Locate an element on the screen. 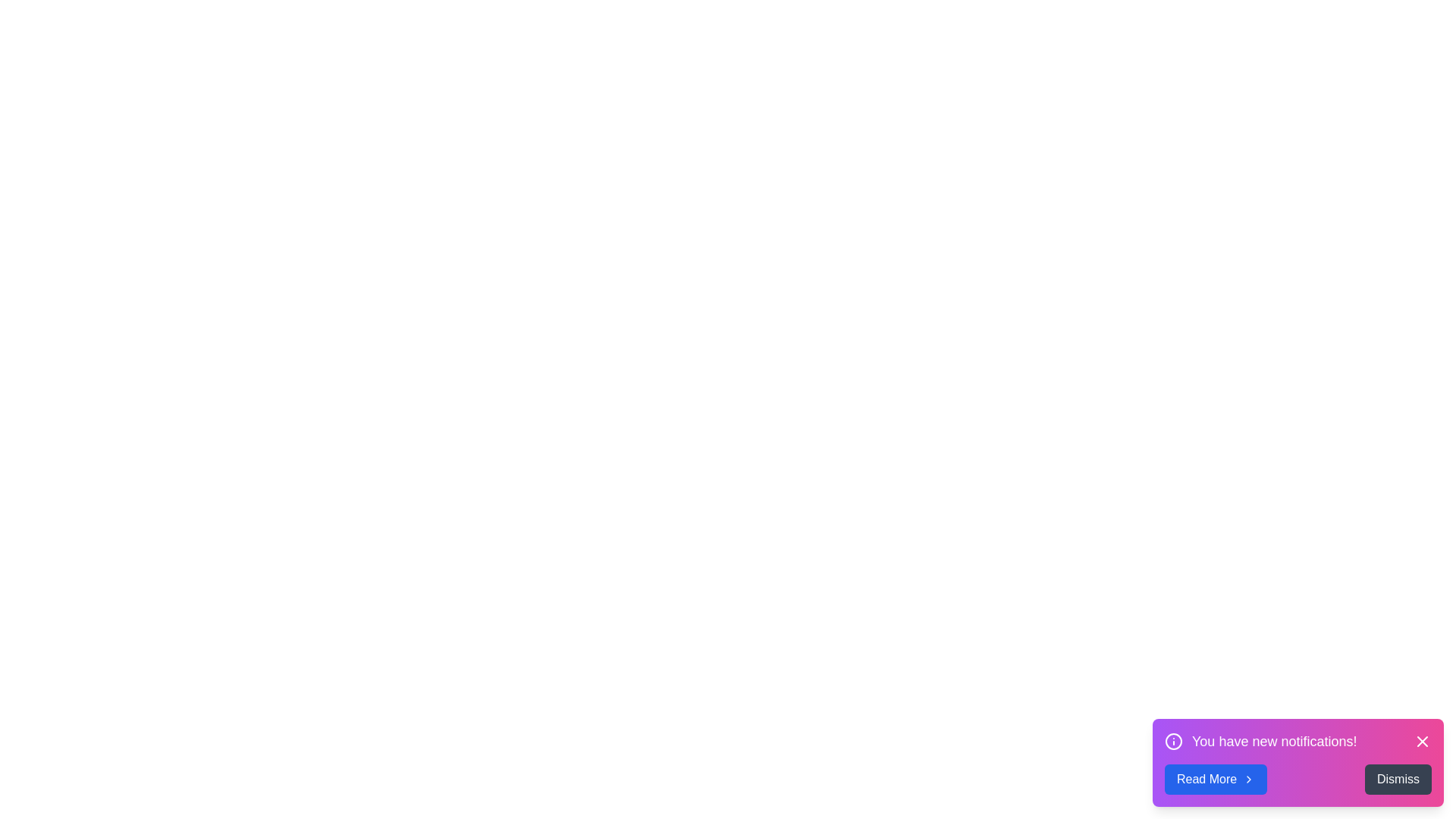 The image size is (1456, 819). the 'Dismiss' button located at the bottom-right corner of the notification area is located at coordinates (1397, 780).